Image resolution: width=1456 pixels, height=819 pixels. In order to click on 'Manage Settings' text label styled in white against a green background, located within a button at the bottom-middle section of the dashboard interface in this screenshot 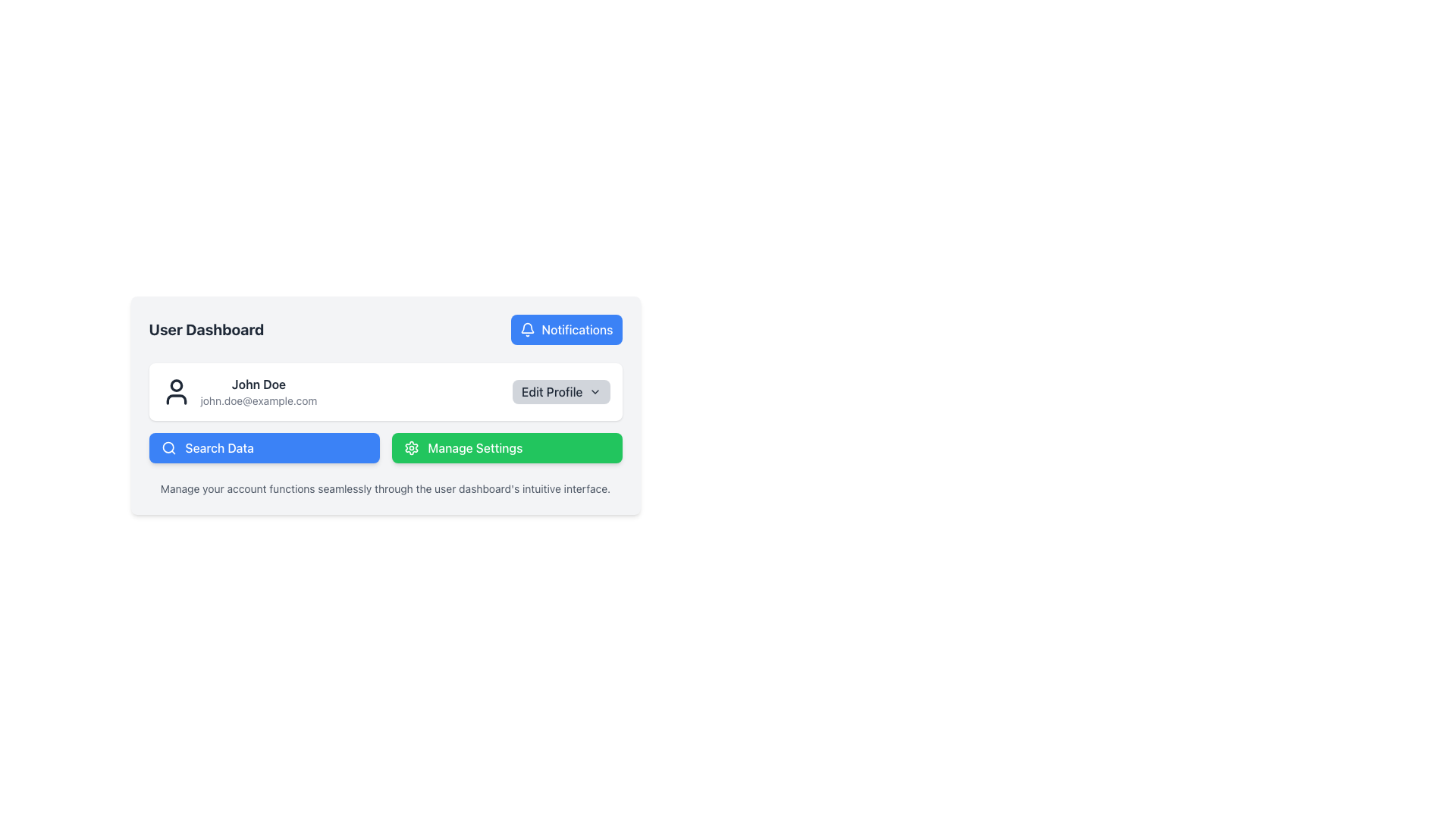, I will do `click(474, 447)`.